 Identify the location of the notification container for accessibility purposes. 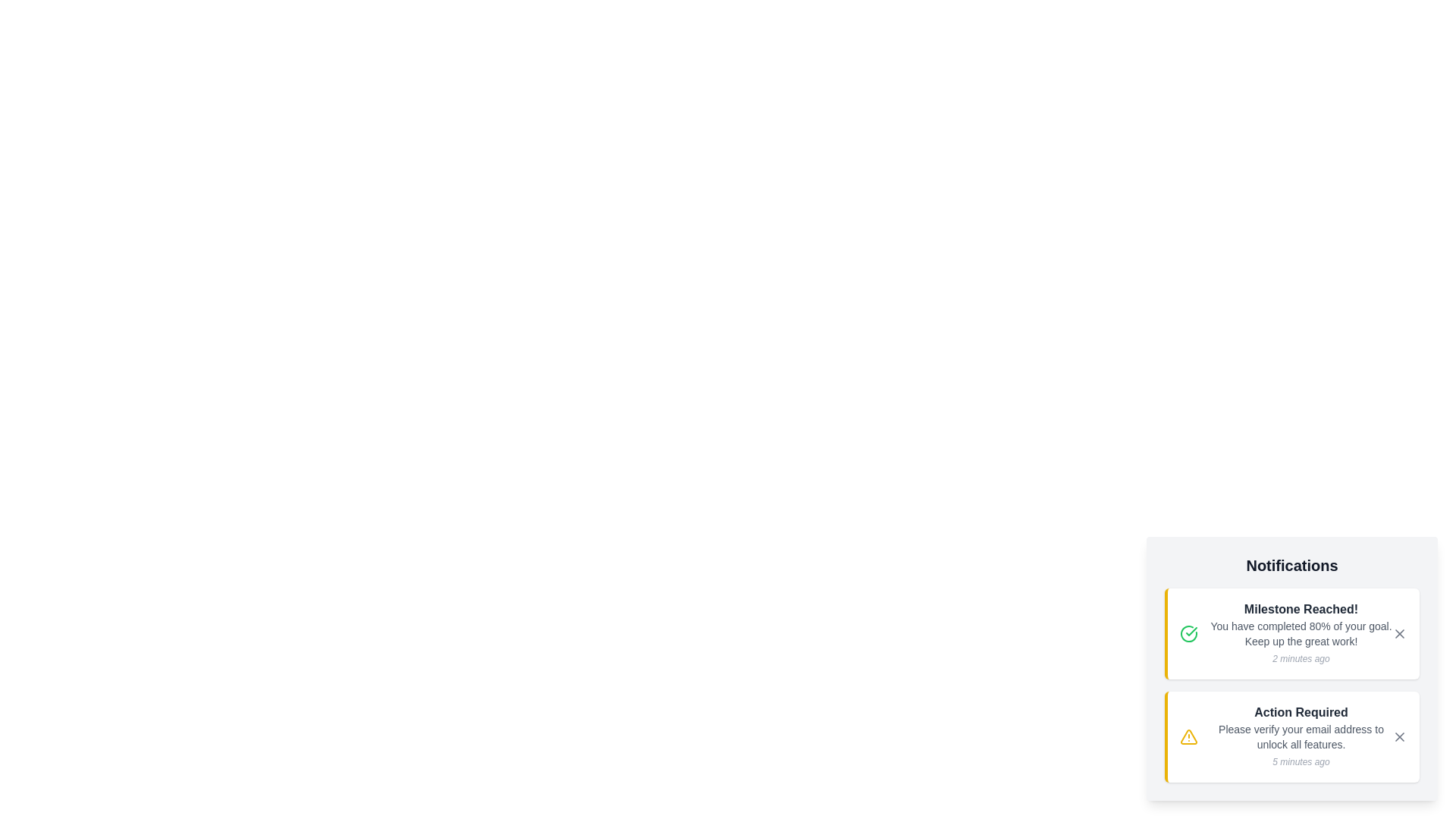
(1291, 668).